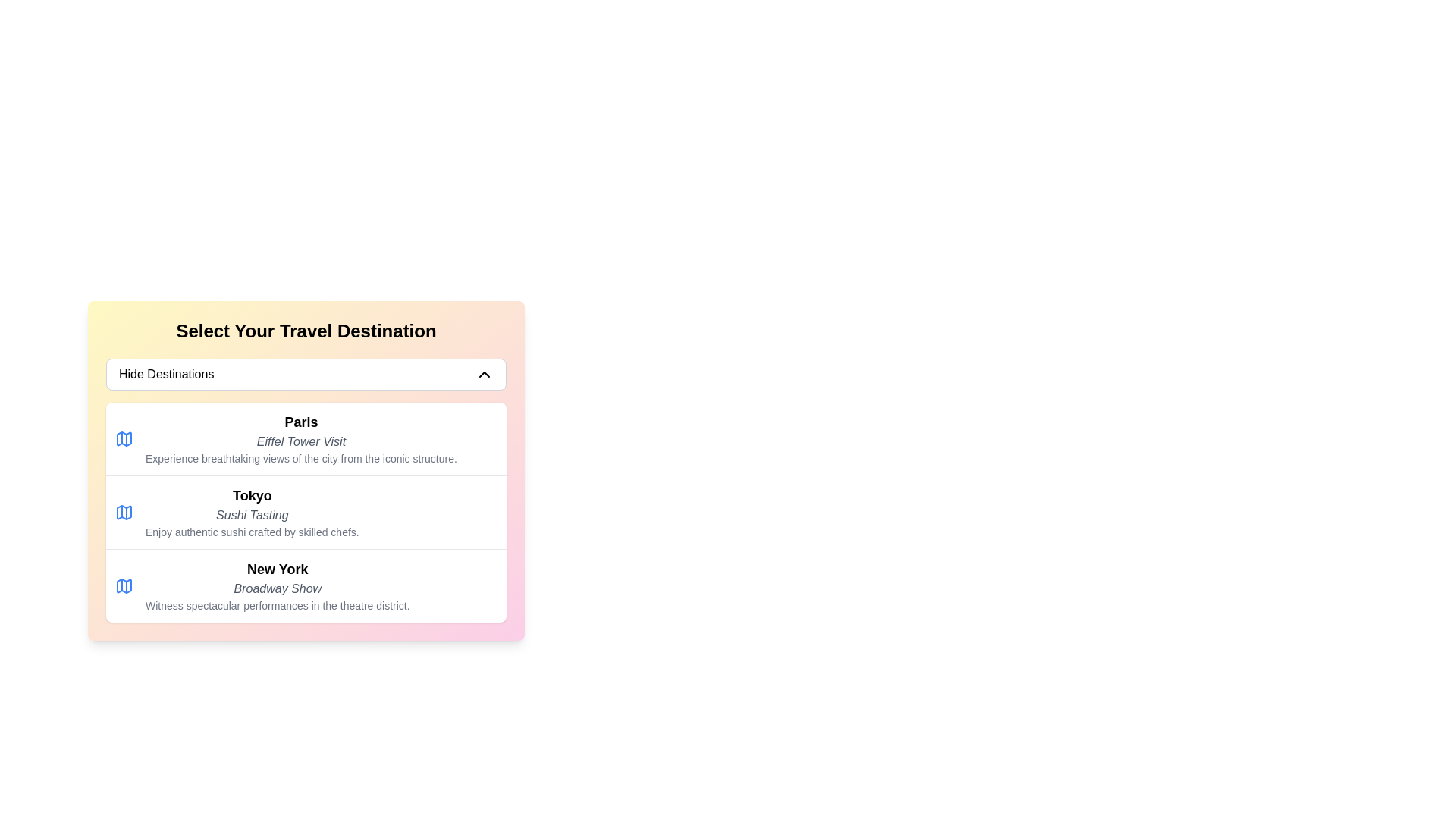 The width and height of the screenshot is (1456, 819). I want to click on the blue map icon representing navigation located to the left of 'New York' in the third list item of the featured destinations panel, so click(124, 585).